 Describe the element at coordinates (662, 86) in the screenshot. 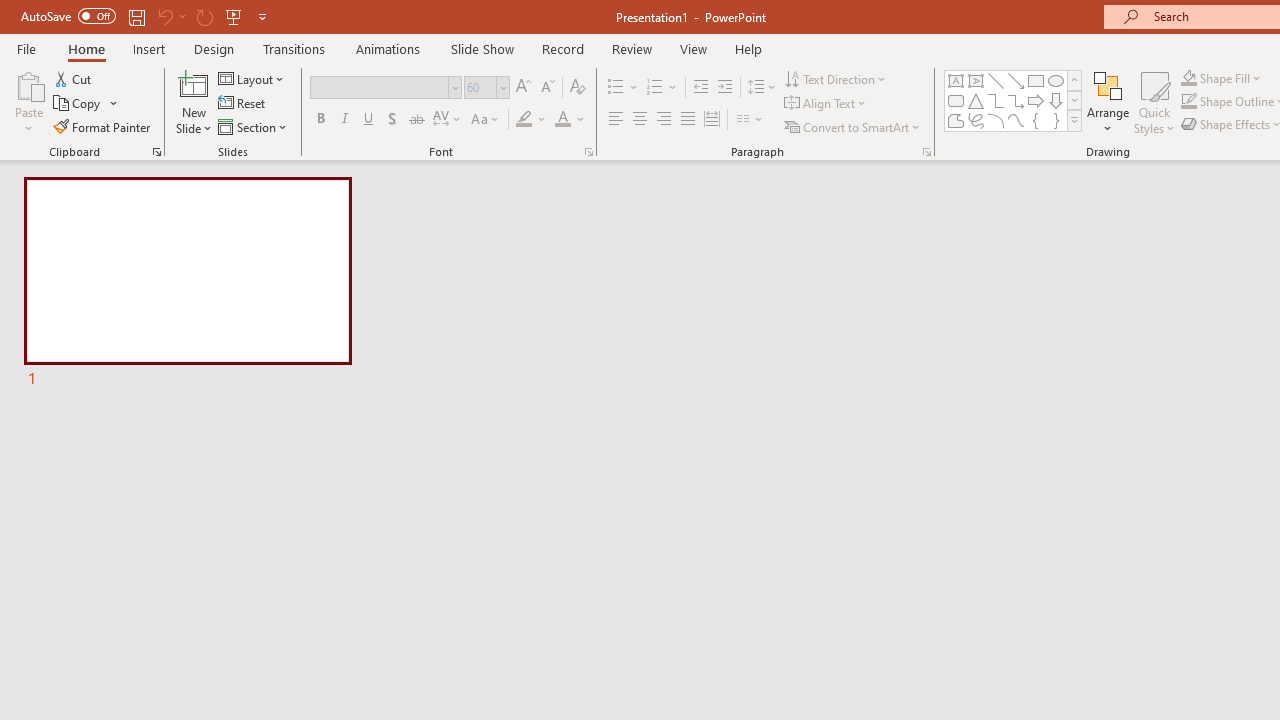

I see `'Numbering'` at that location.